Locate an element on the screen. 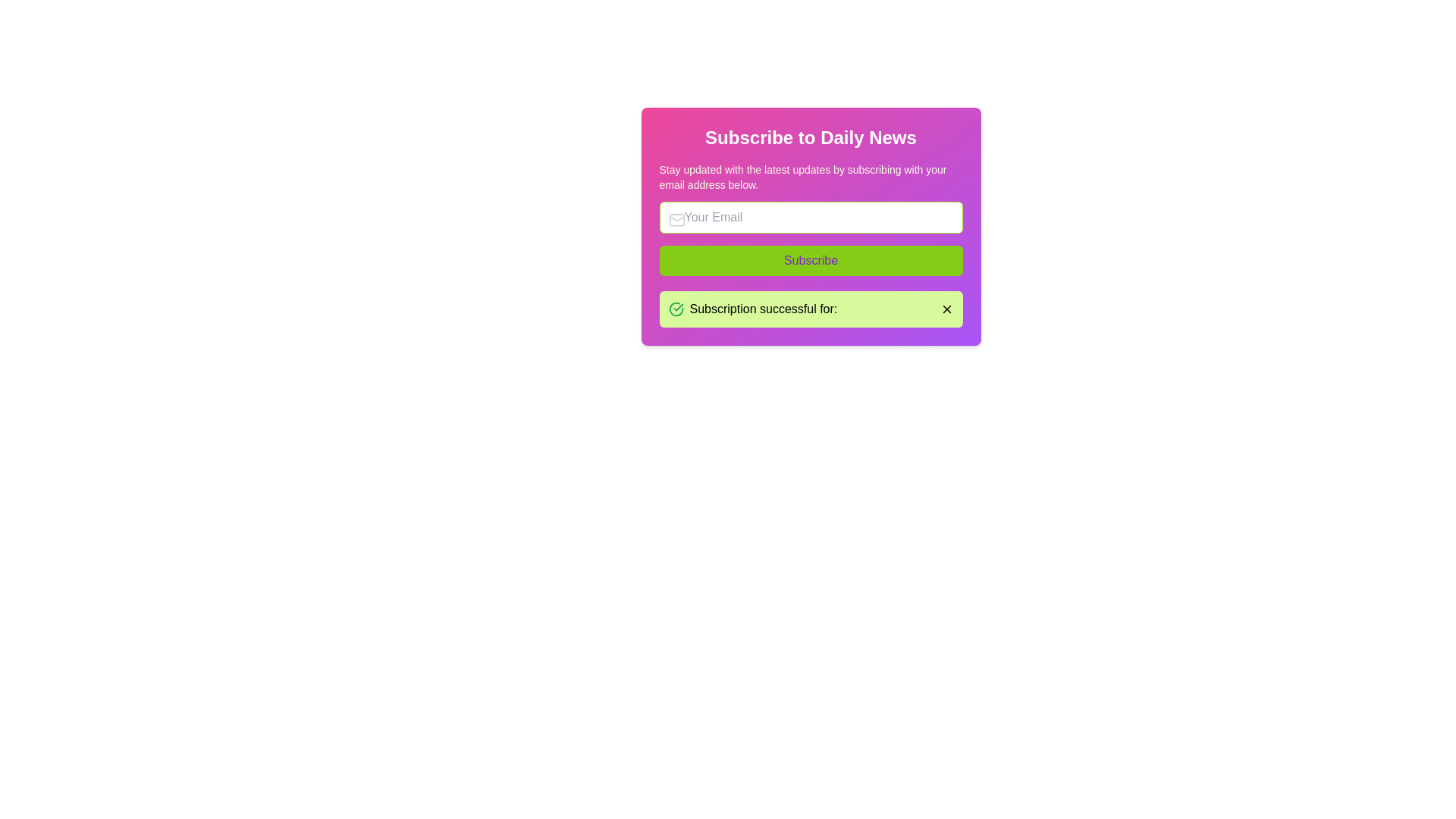 Image resolution: width=1456 pixels, height=819 pixels. the dismiss button located at the far right of the message box stating 'Subscription successful for:' is located at coordinates (946, 309).